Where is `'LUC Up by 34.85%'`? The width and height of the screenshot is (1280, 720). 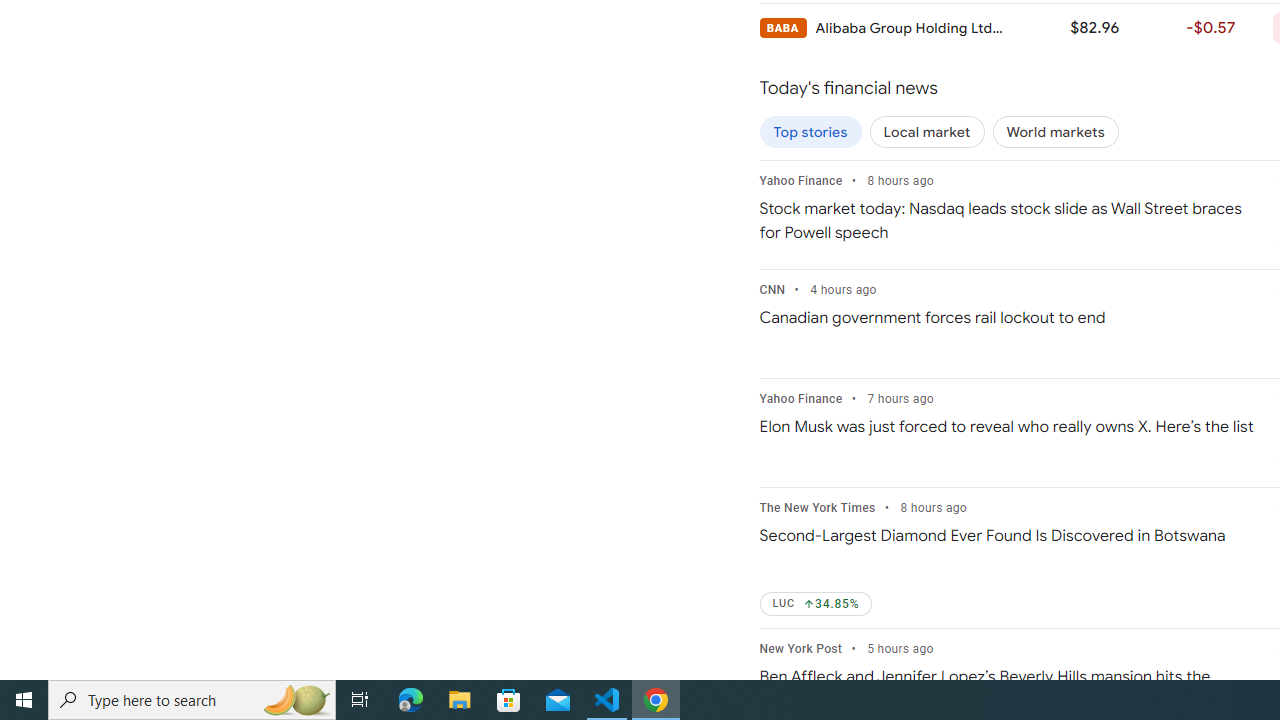
'LUC Up by 34.85%' is located at coordinates (816, 603).